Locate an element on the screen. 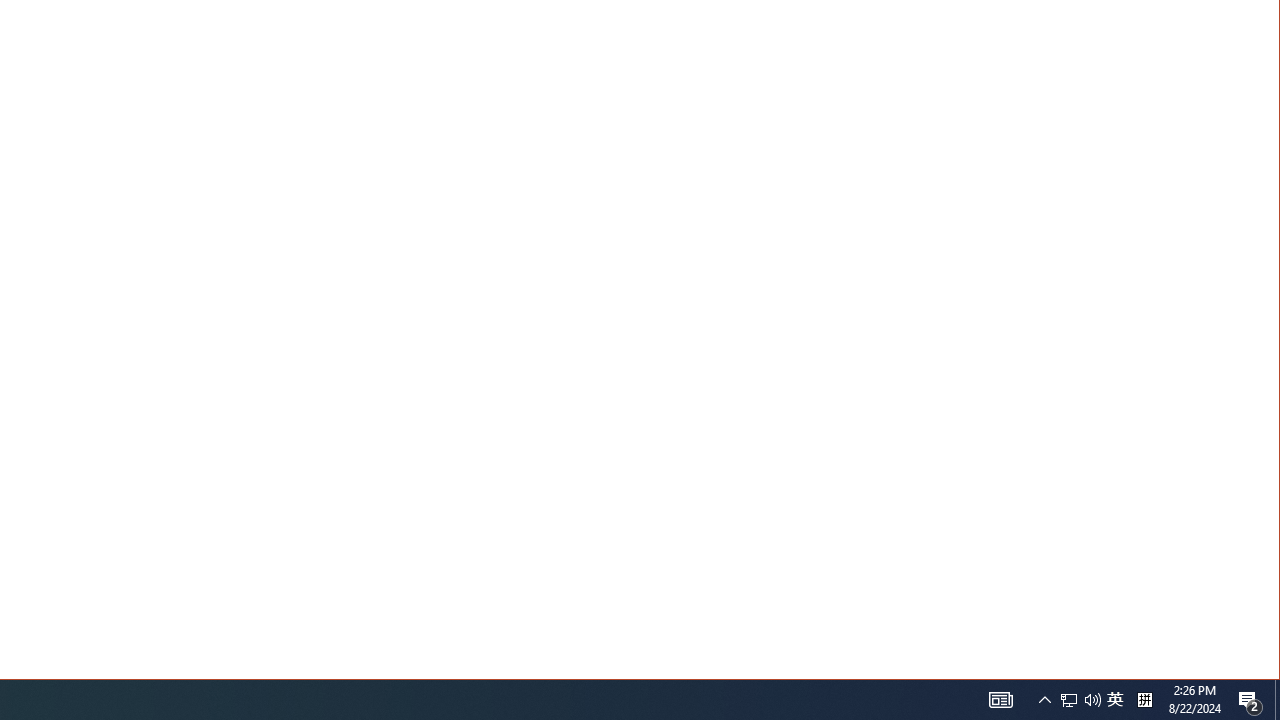 The image size is (1280, 720). 'AutomationID: 4105' is located at coordinates (1000, 698).